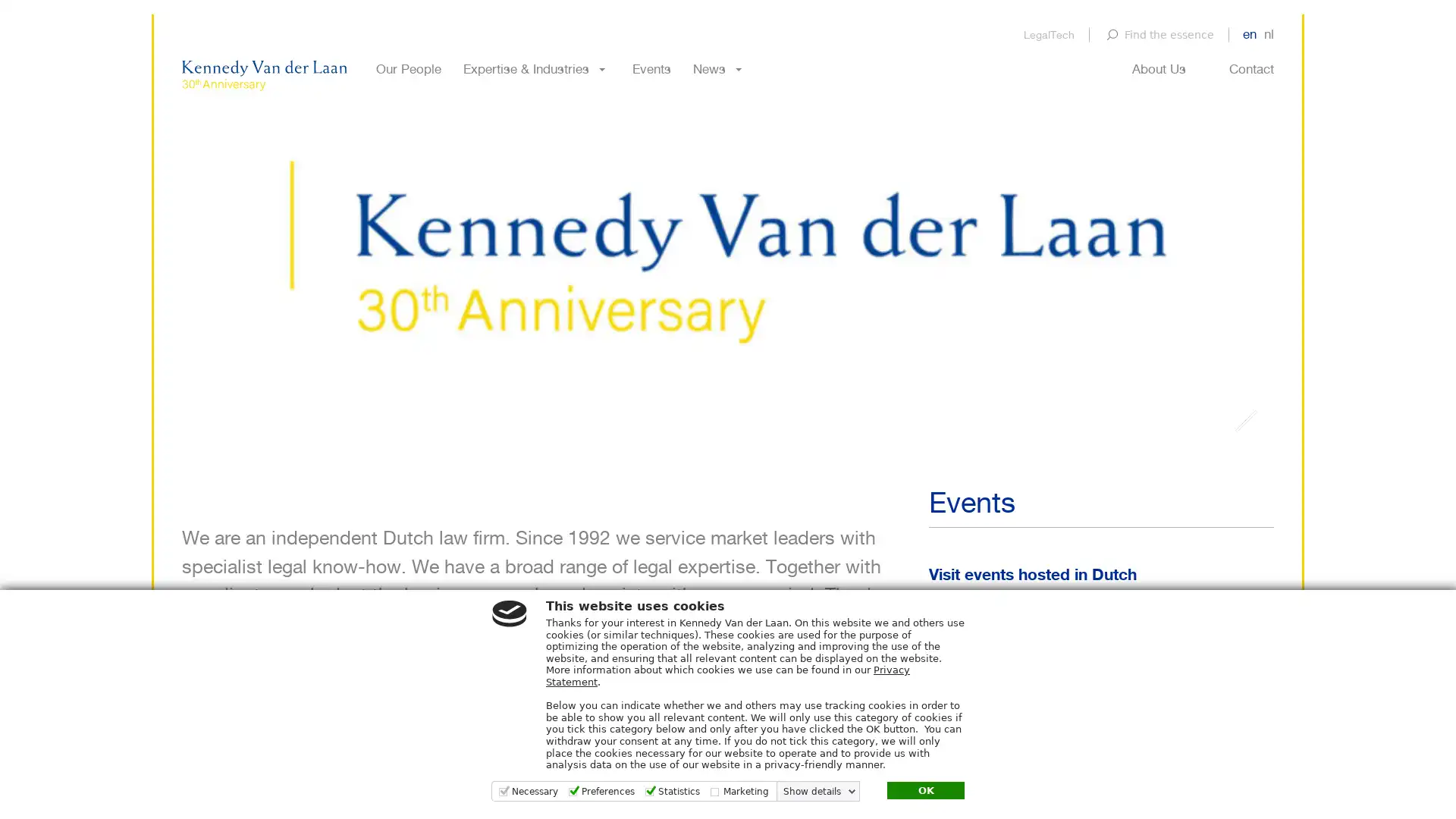 Image resolution: width=1456 pixels, height=819 pixels. I want to click on mute, so click(1246, 485).